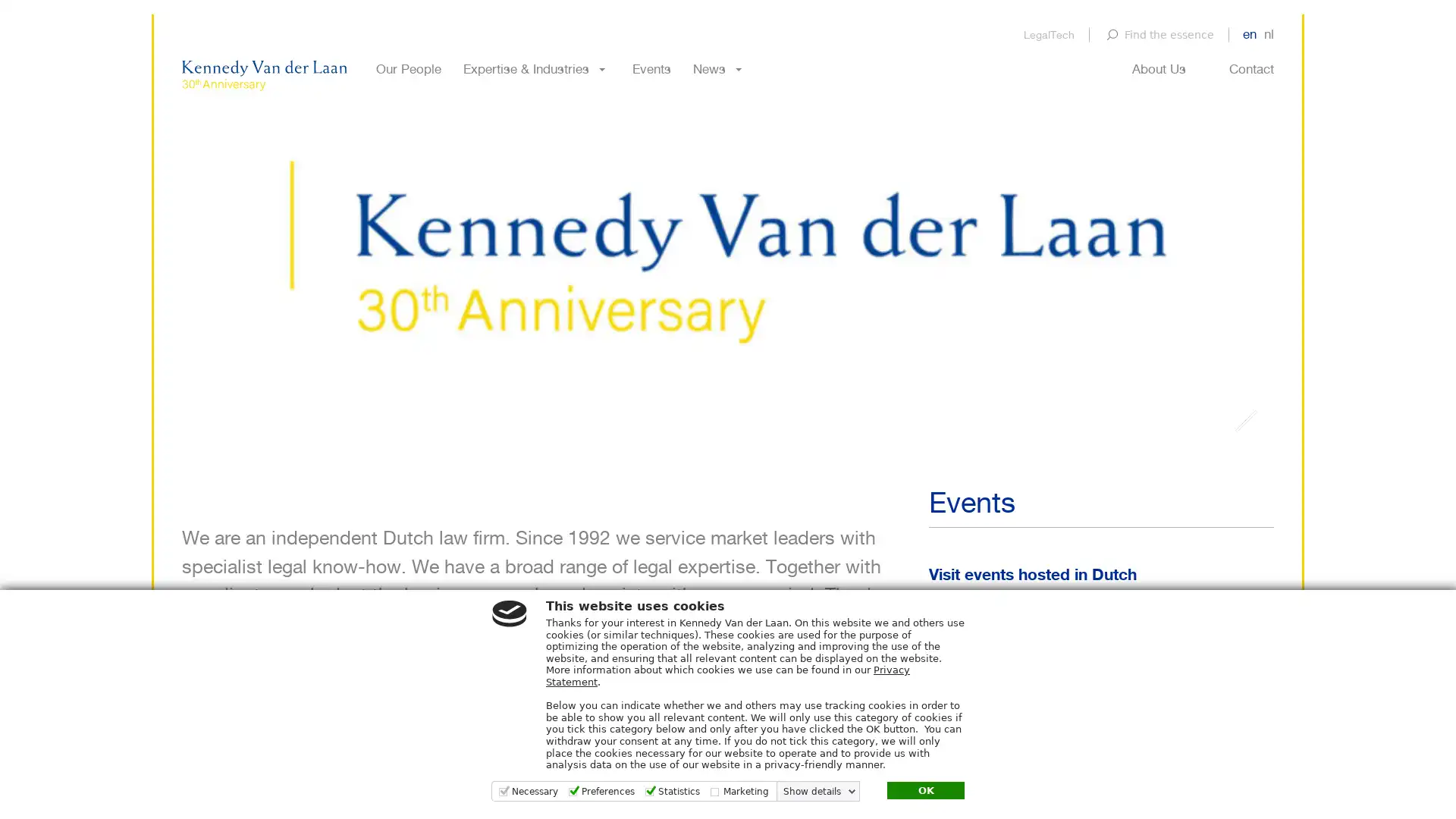 Image resolution: width=1456 pixels, height=819 pixels. I want to click on mute, so click(1246, 485).